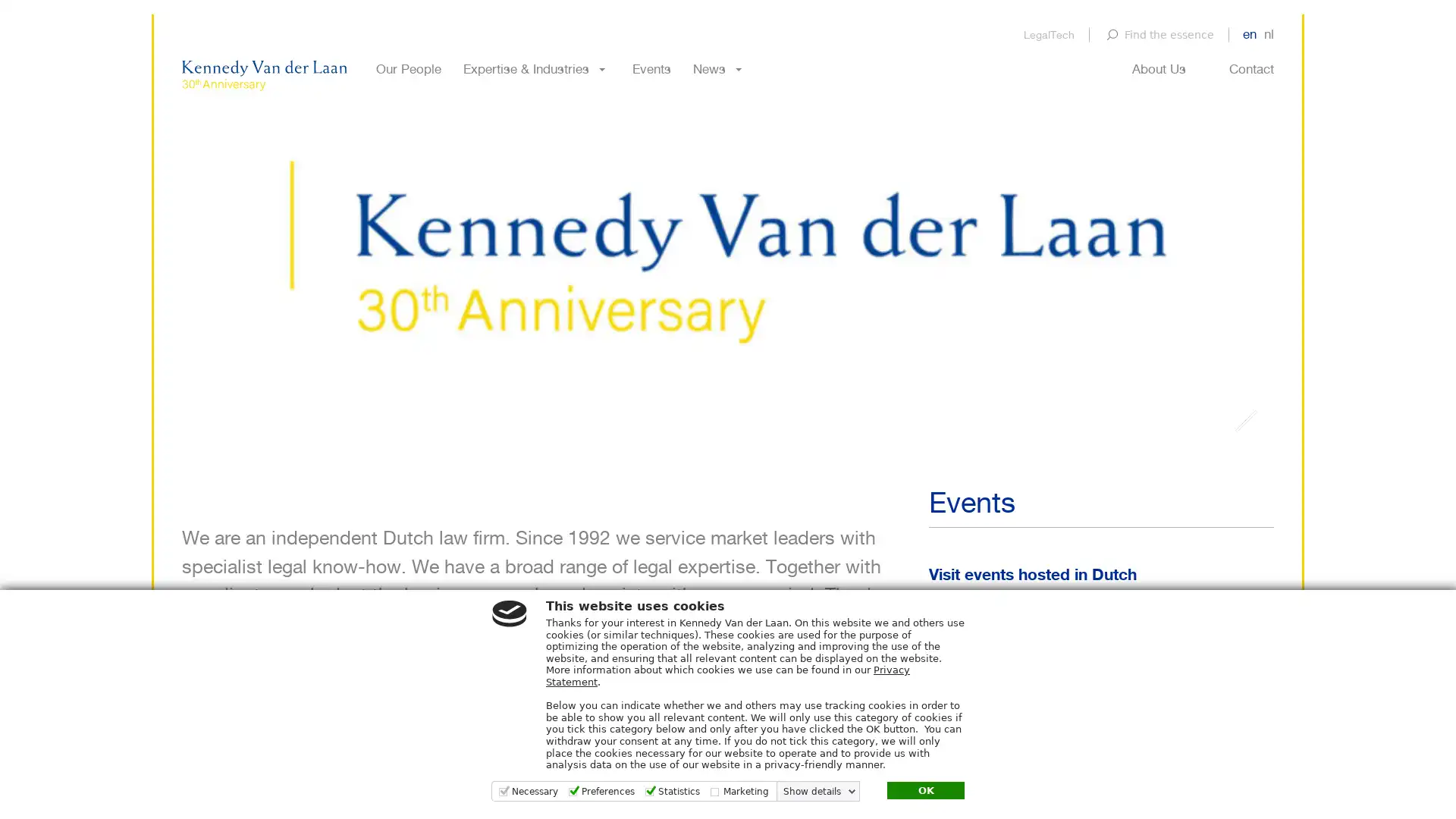 Image resolution: width=1456 pixels, height=819 pixels. I want to click on mute, so click(1246, 485).